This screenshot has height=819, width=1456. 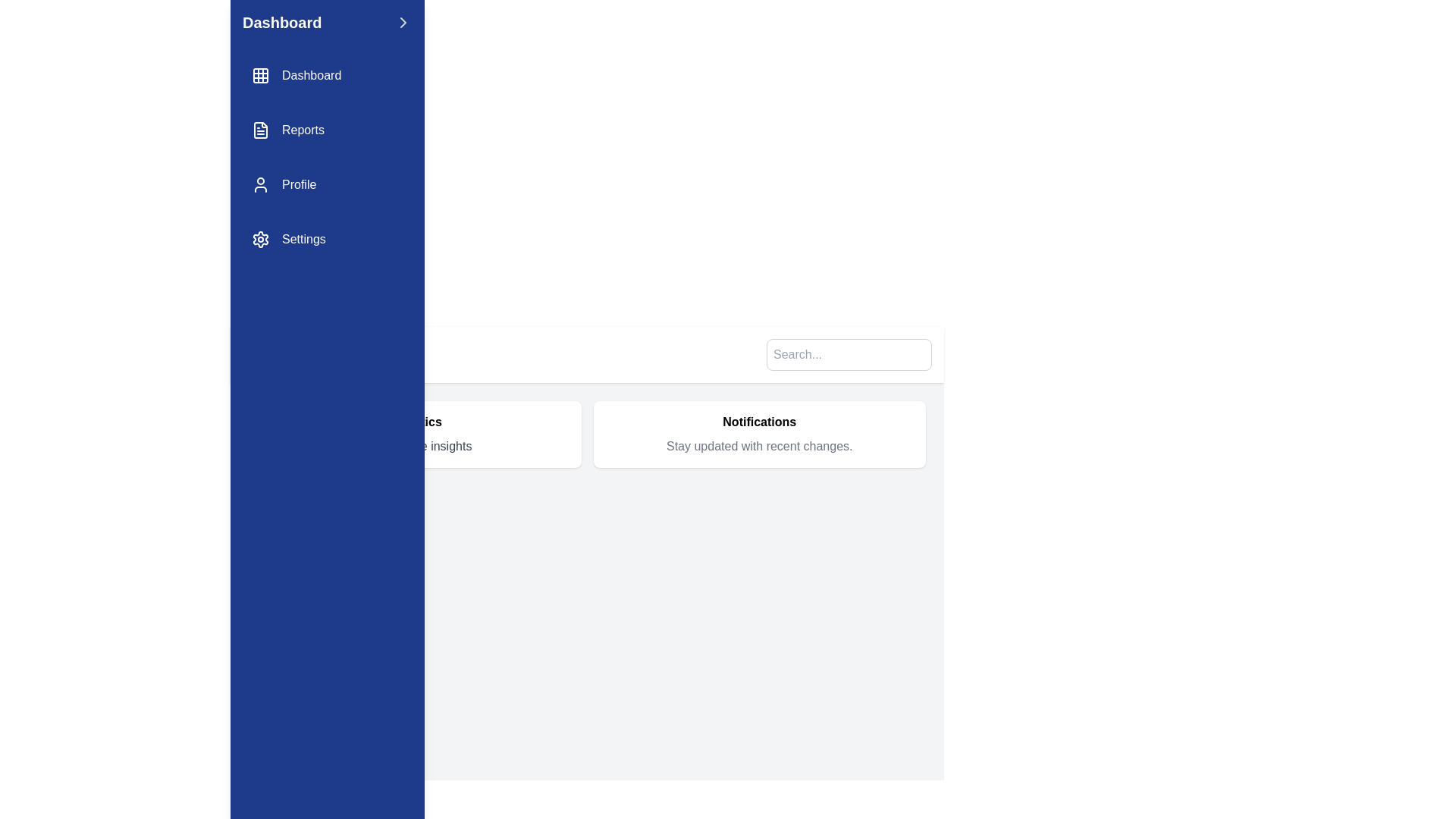 What do you see at coordinates (299, 184) in the screenshot?
I see `the 'Profile' text label in the navigation menu` at bounding box center [299, 184].